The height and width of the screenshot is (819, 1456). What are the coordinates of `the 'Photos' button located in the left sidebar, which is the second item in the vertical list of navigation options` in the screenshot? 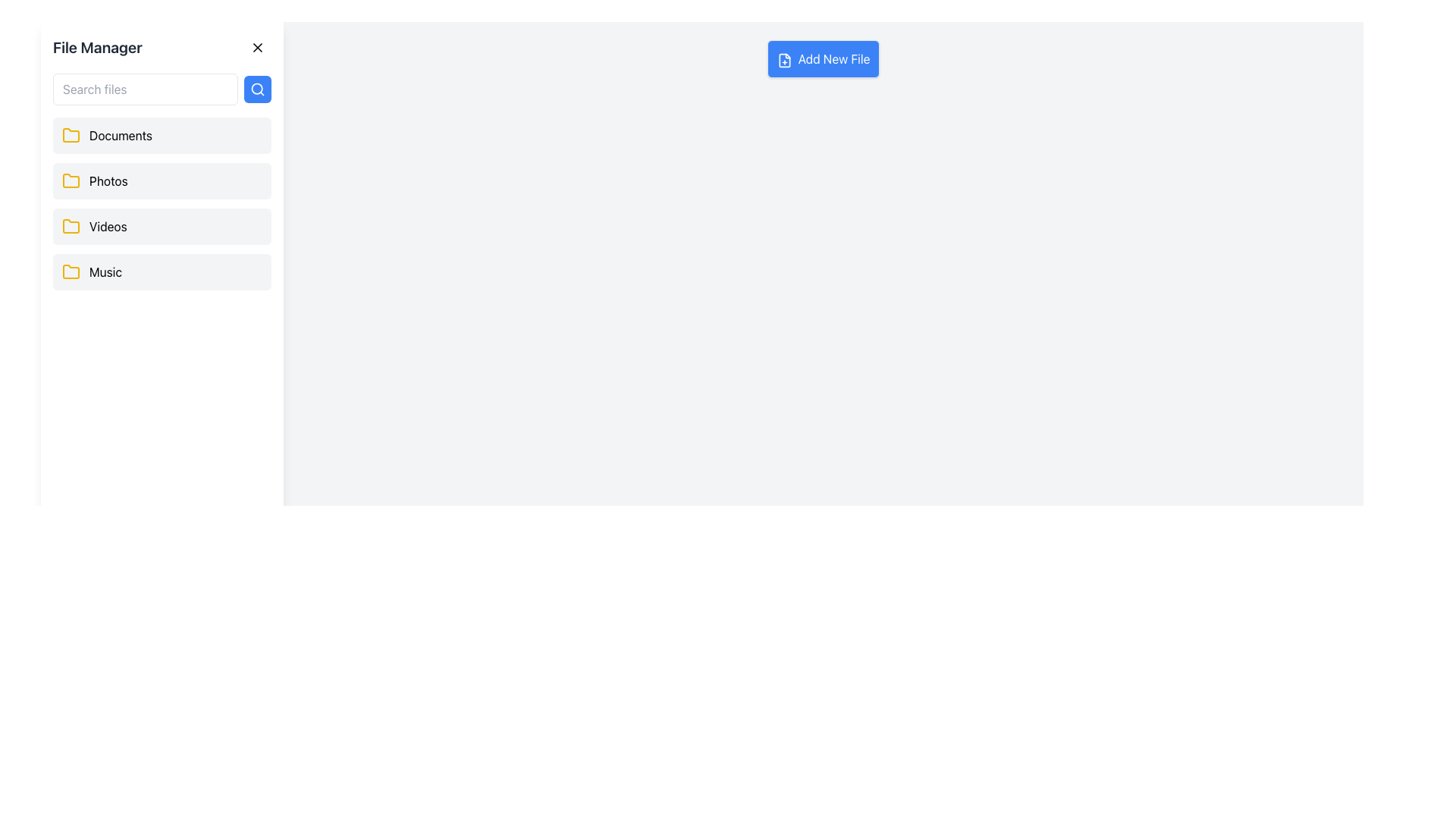 It's located at (162, 180).